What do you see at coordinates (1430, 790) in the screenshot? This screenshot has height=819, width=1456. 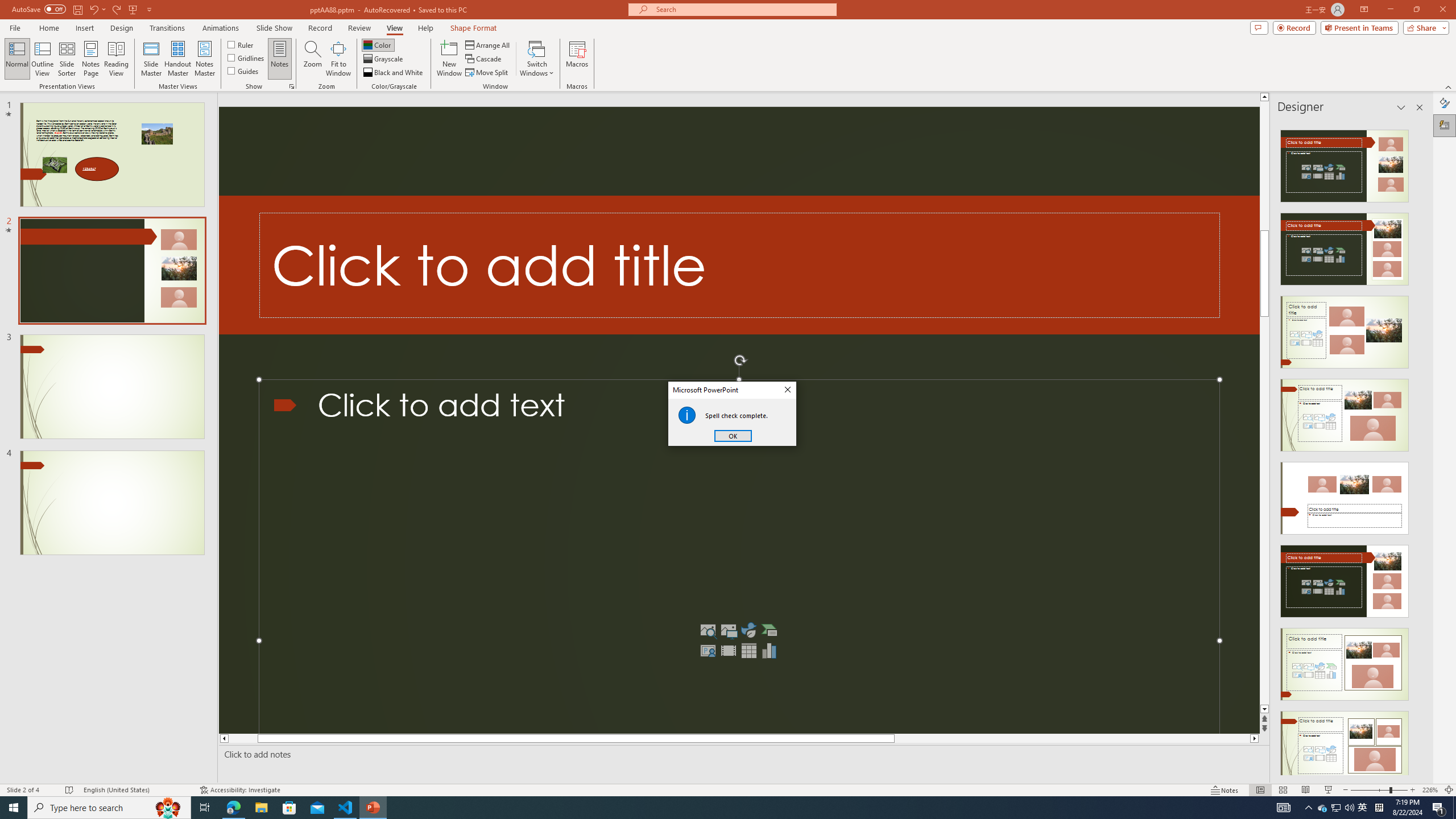 I see `'Zoom 226%'` at bounding box center [1430, 790].